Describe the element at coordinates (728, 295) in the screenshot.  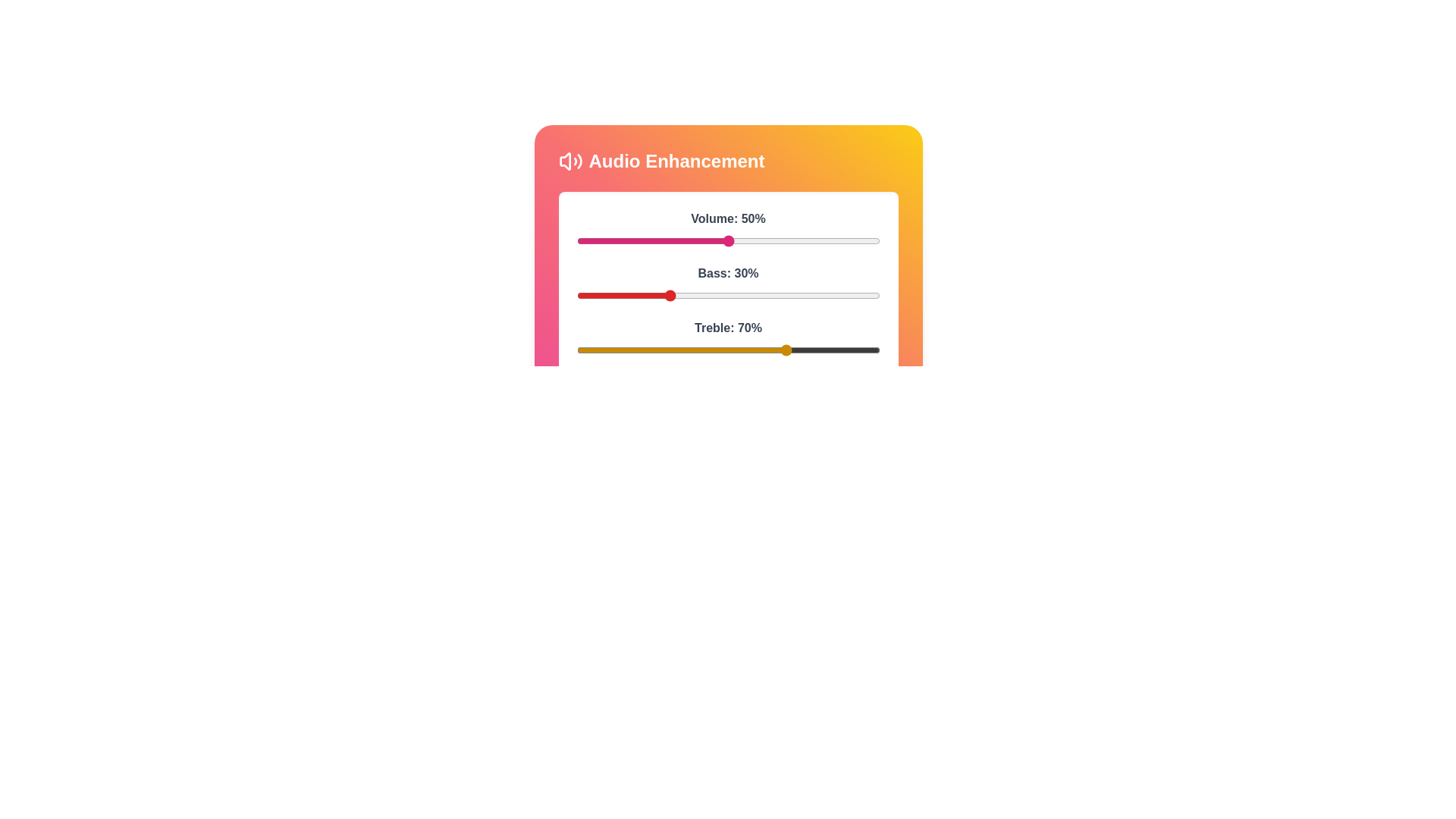
I see `the horizontal slider labeled 'Bass: 30%' to set the bass level to the desired position` at that location.